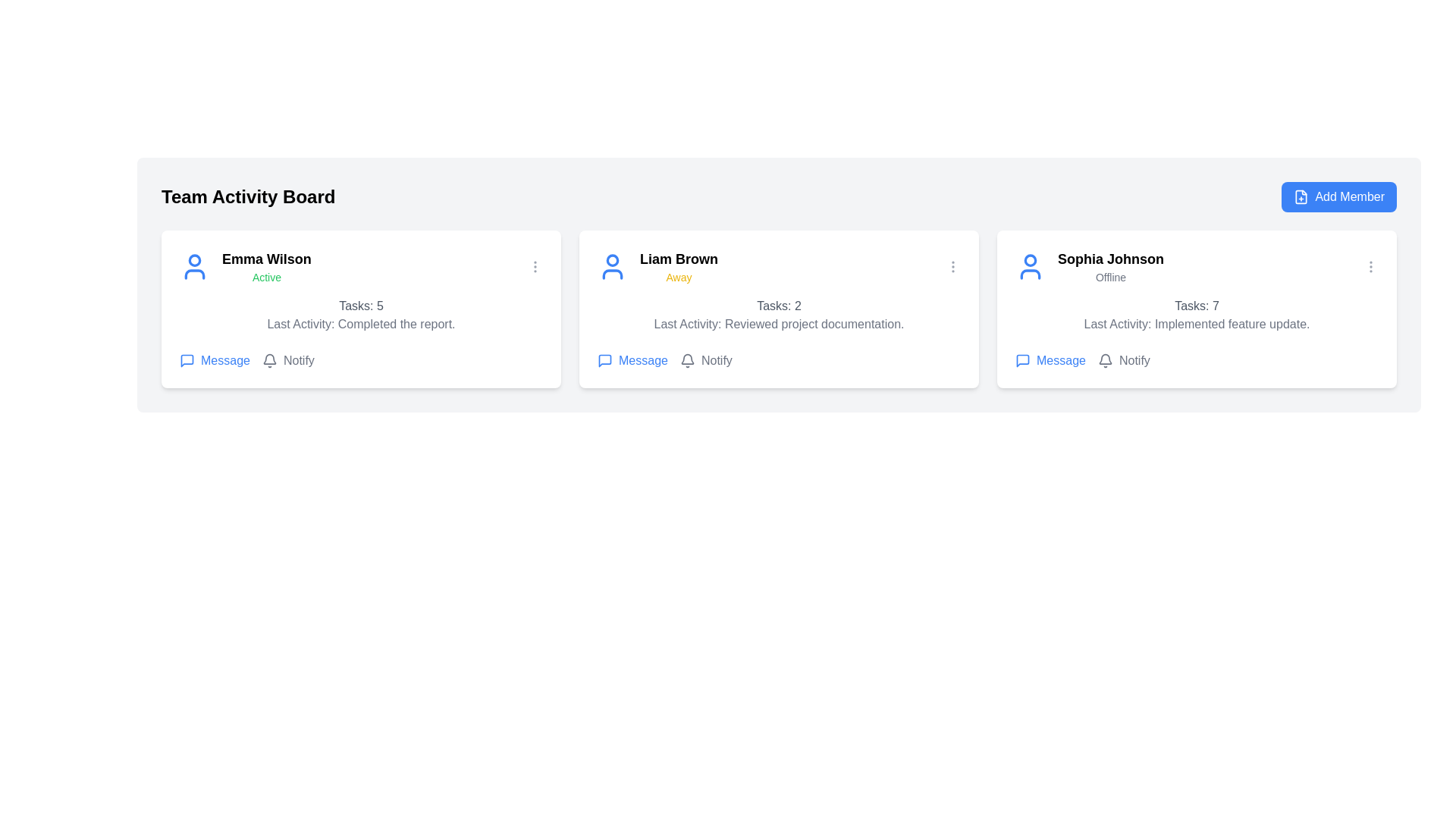 The image size is (1456, 819). Describe the element at coordinates (1088, 265) in the screenshot. I see `the Profile Information Display for user 'Sophia Johnson'` at that location.